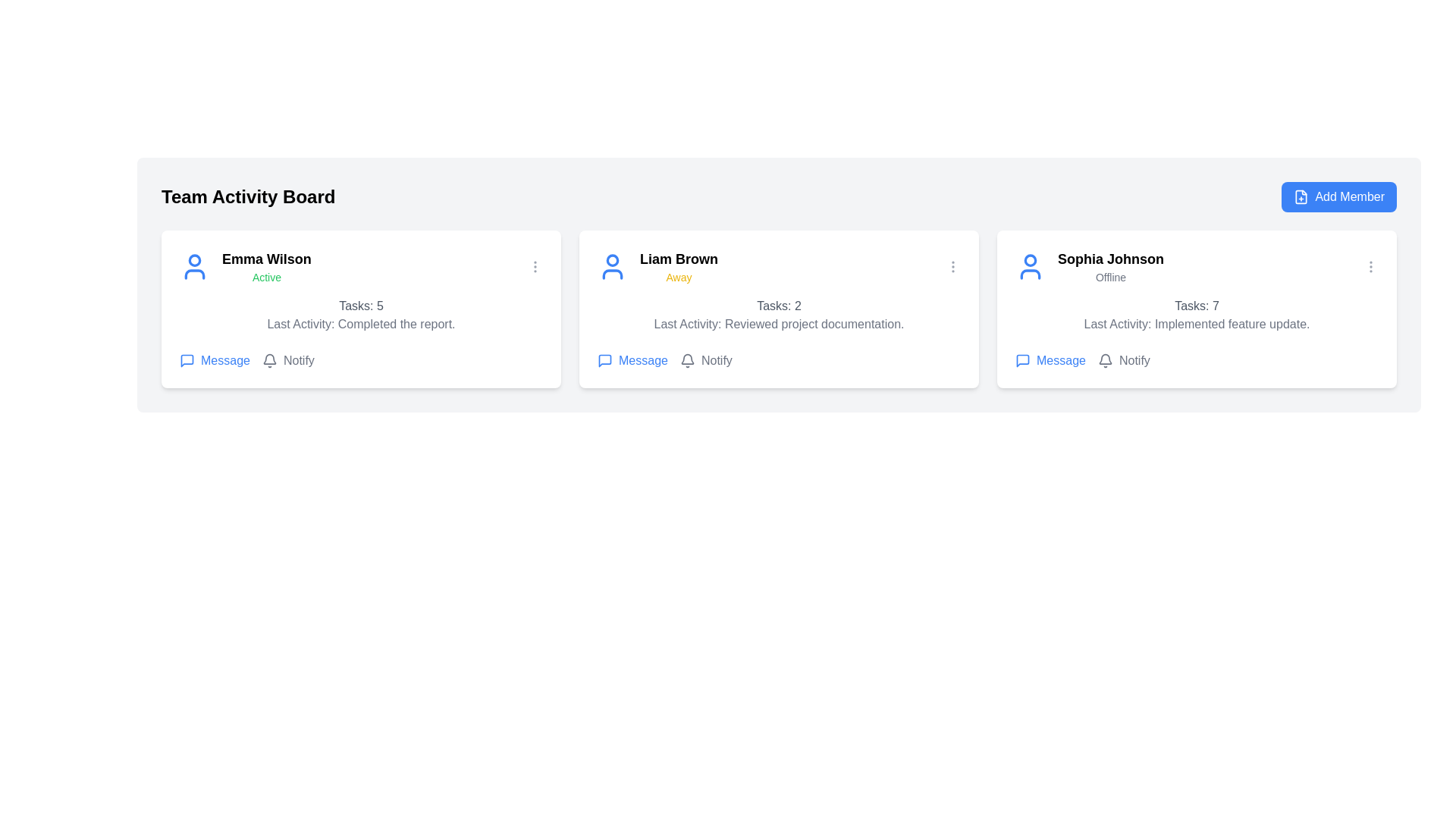 The image size is (1456, 819). Describe the element at coordinates (1088, 265) in the screenshot. I see `the Profile Information Display for user 'Sophia Johnson'` at that location.